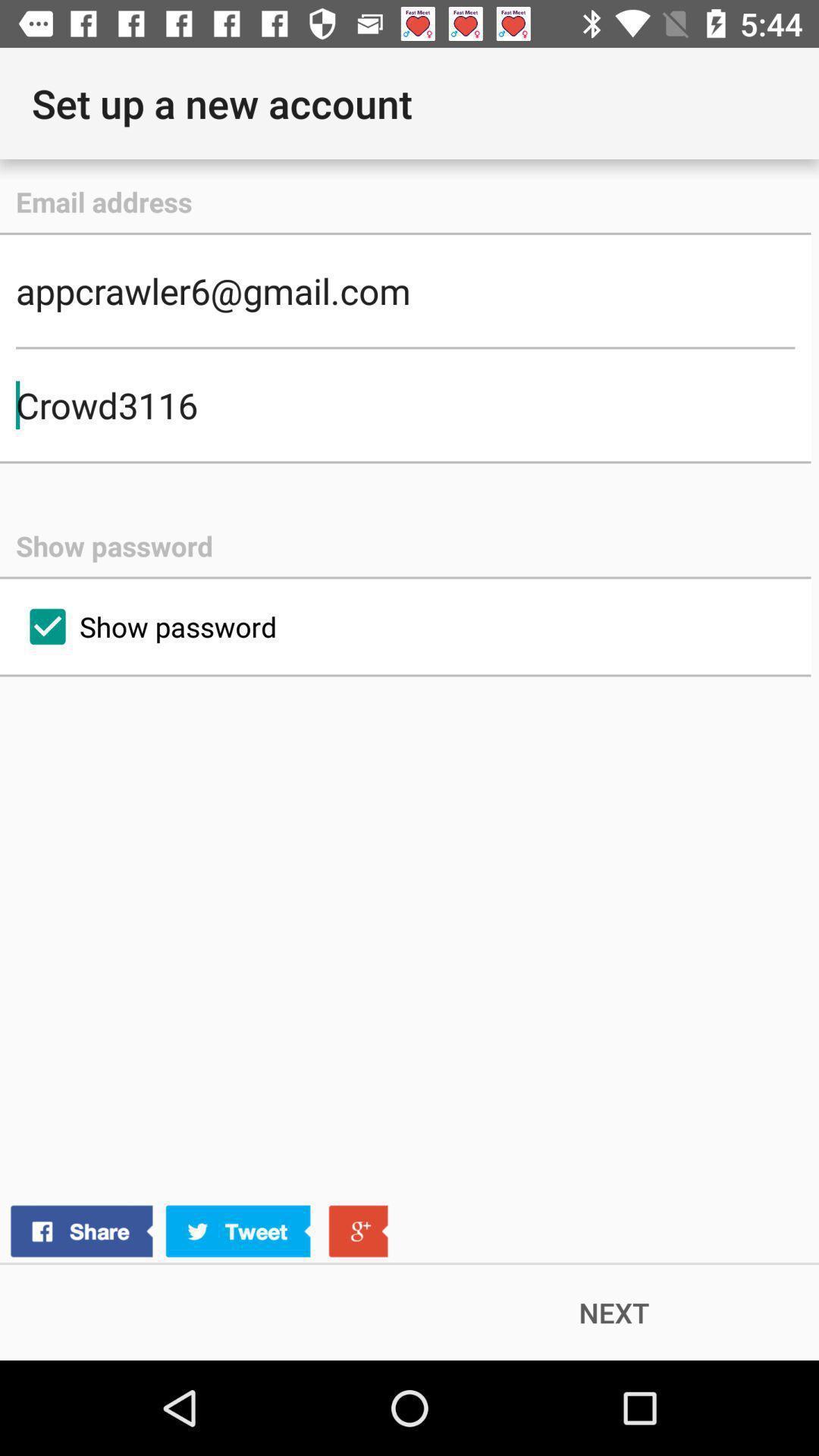 Image resolution: width=819 pixels, height=1456 pixels. Describe the element at coordinates (404, 290) in the screenshot. I see `appcrawler6@gmail.com icon` at that location.